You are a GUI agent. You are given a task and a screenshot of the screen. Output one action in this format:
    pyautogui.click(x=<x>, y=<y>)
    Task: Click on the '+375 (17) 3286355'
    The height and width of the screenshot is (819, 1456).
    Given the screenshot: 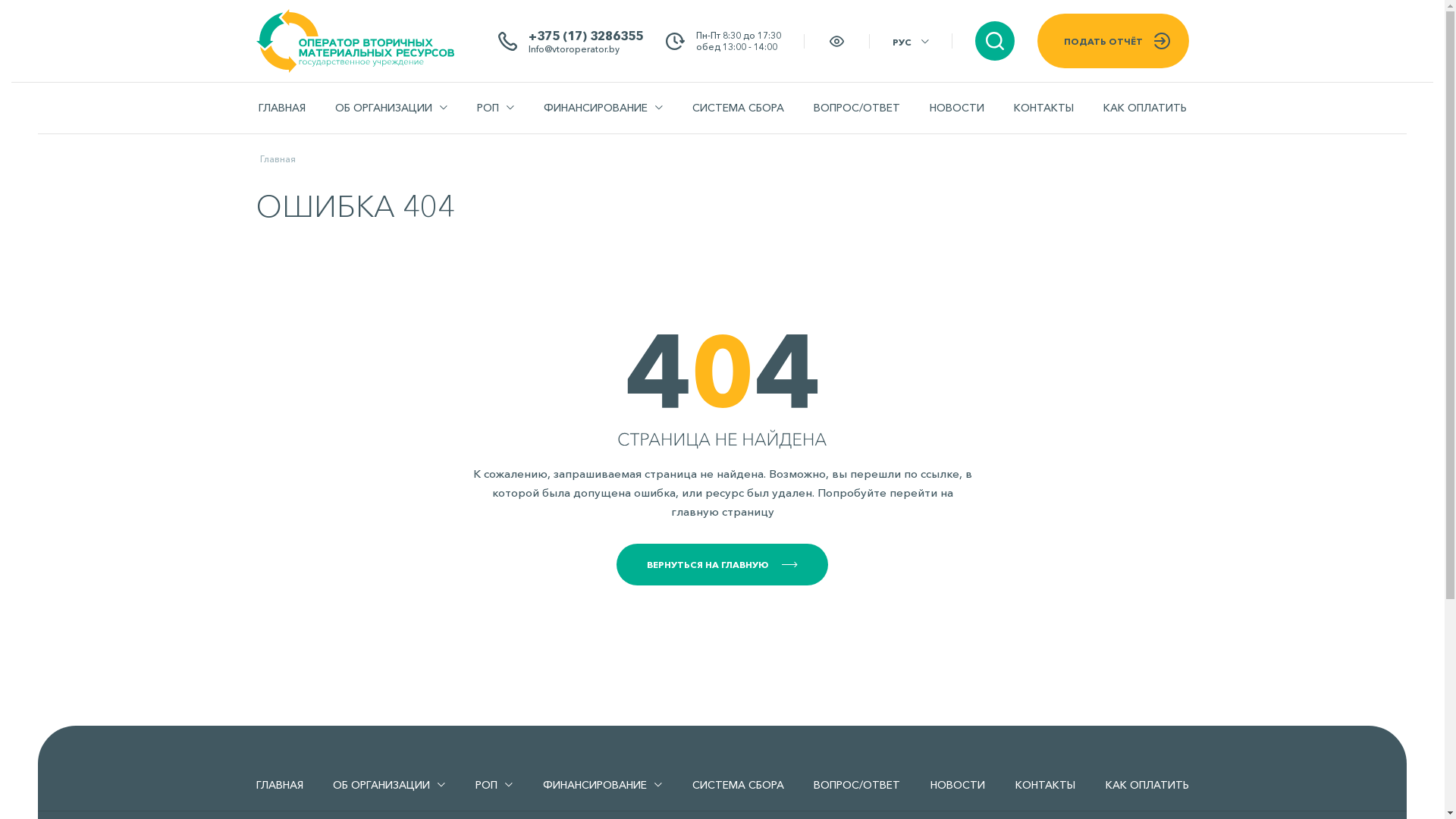 What is the action you would take?
    pyautogui.click(x=528, y=34)
    